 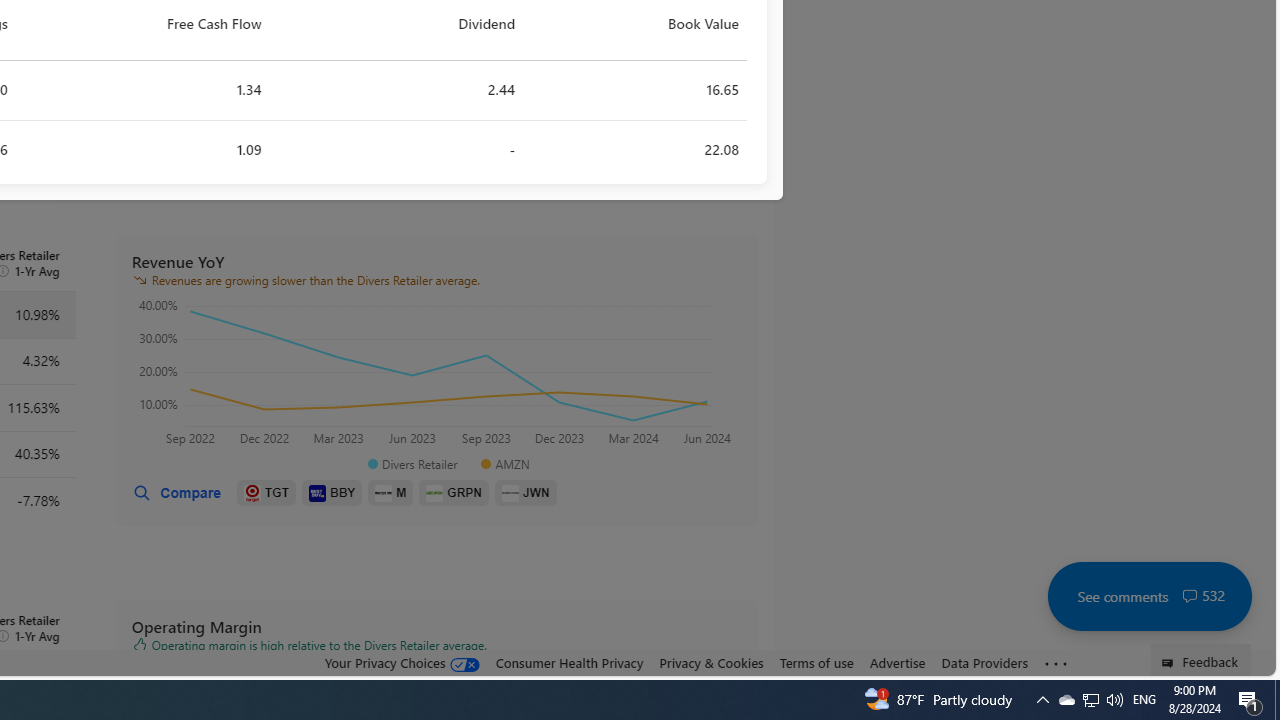 I want to click on 'Class: feedback_link_icon-DS-EntryPoint1-1', so click(x=1171, y=663).